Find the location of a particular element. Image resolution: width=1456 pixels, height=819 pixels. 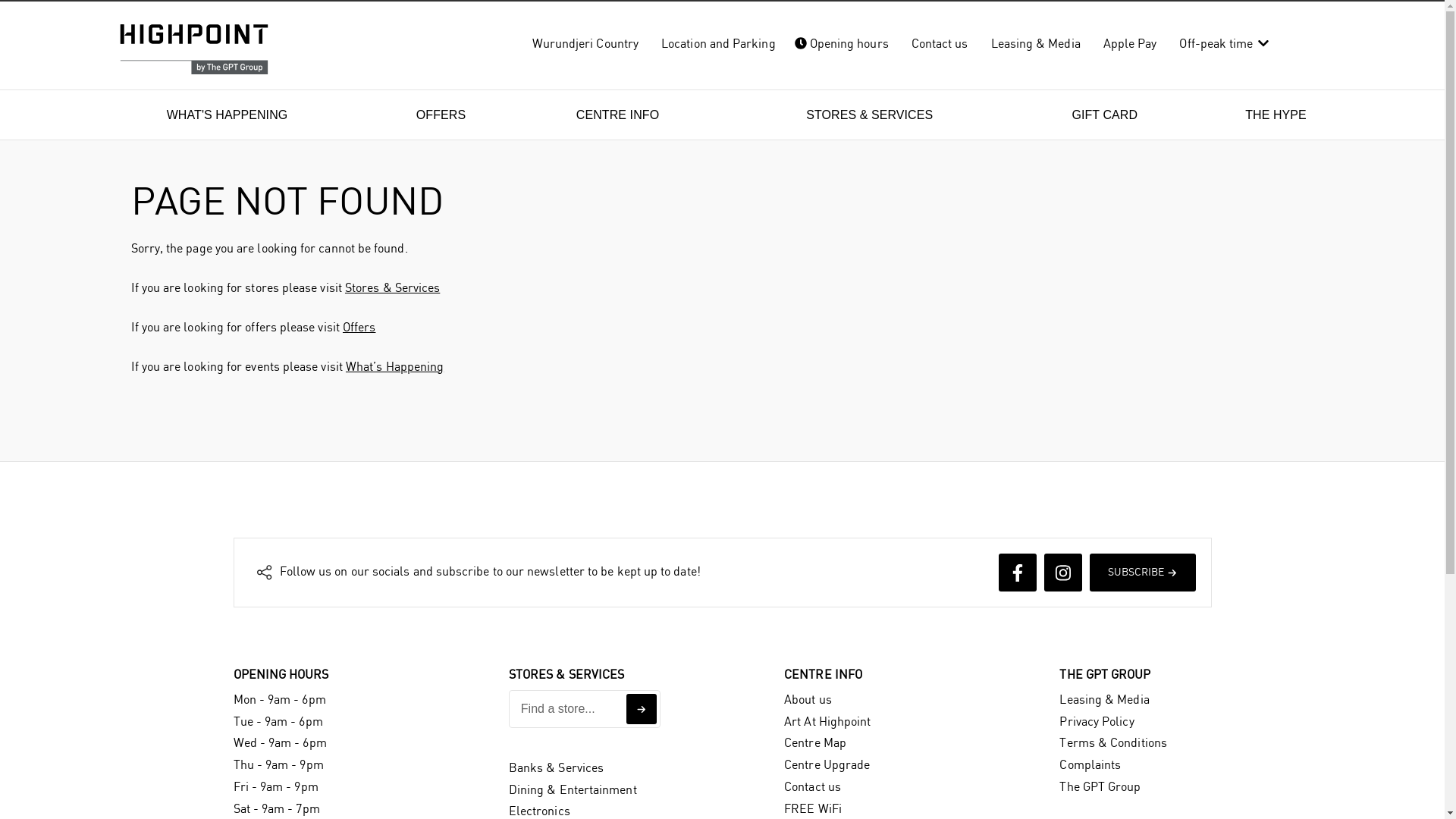

'THE HYPE' is located at coordinates (1276, 113).